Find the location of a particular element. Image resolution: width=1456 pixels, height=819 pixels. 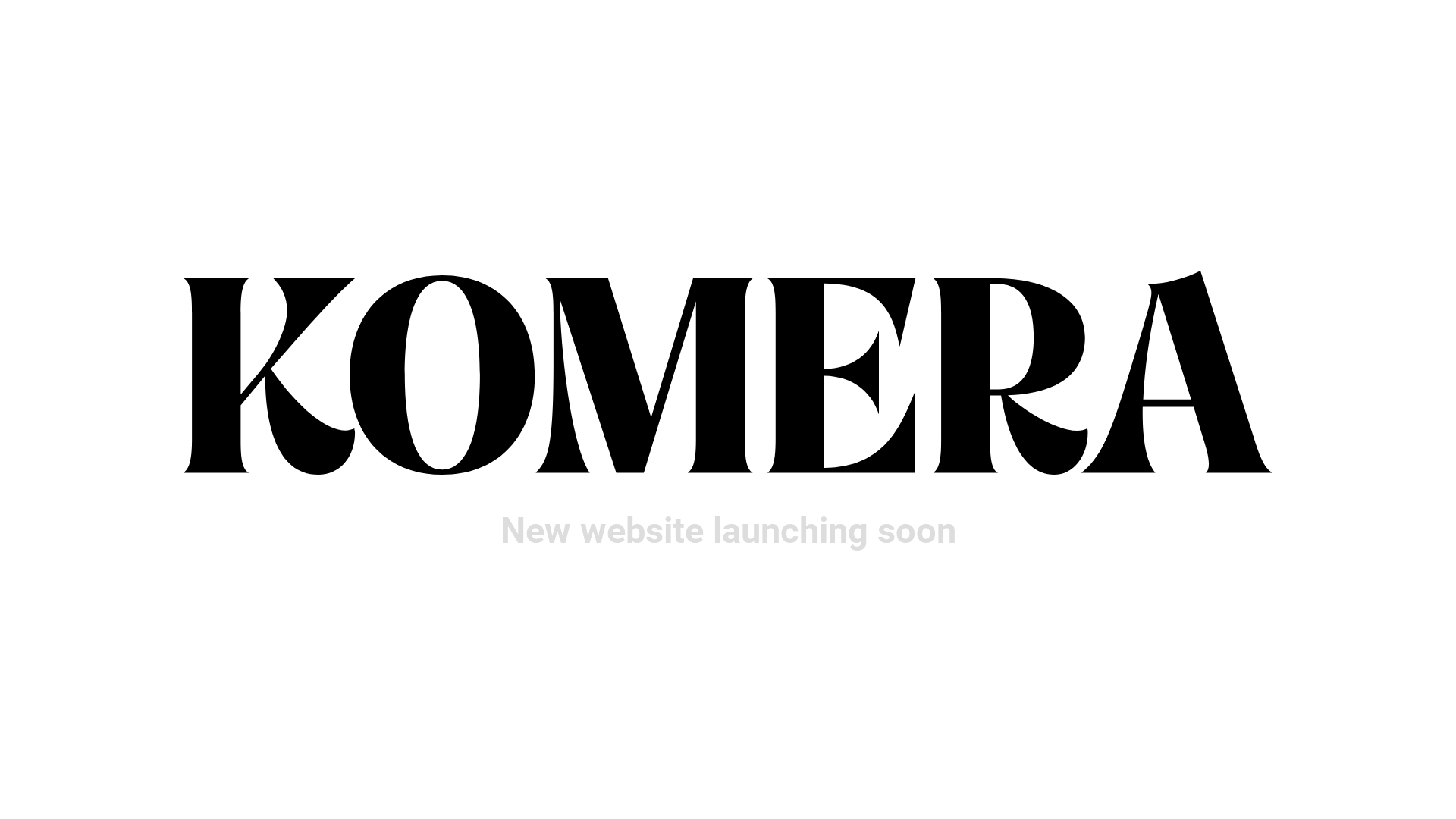

'komera_logo - Komera Group - Komera Group' is located at coordinates (728, 372).